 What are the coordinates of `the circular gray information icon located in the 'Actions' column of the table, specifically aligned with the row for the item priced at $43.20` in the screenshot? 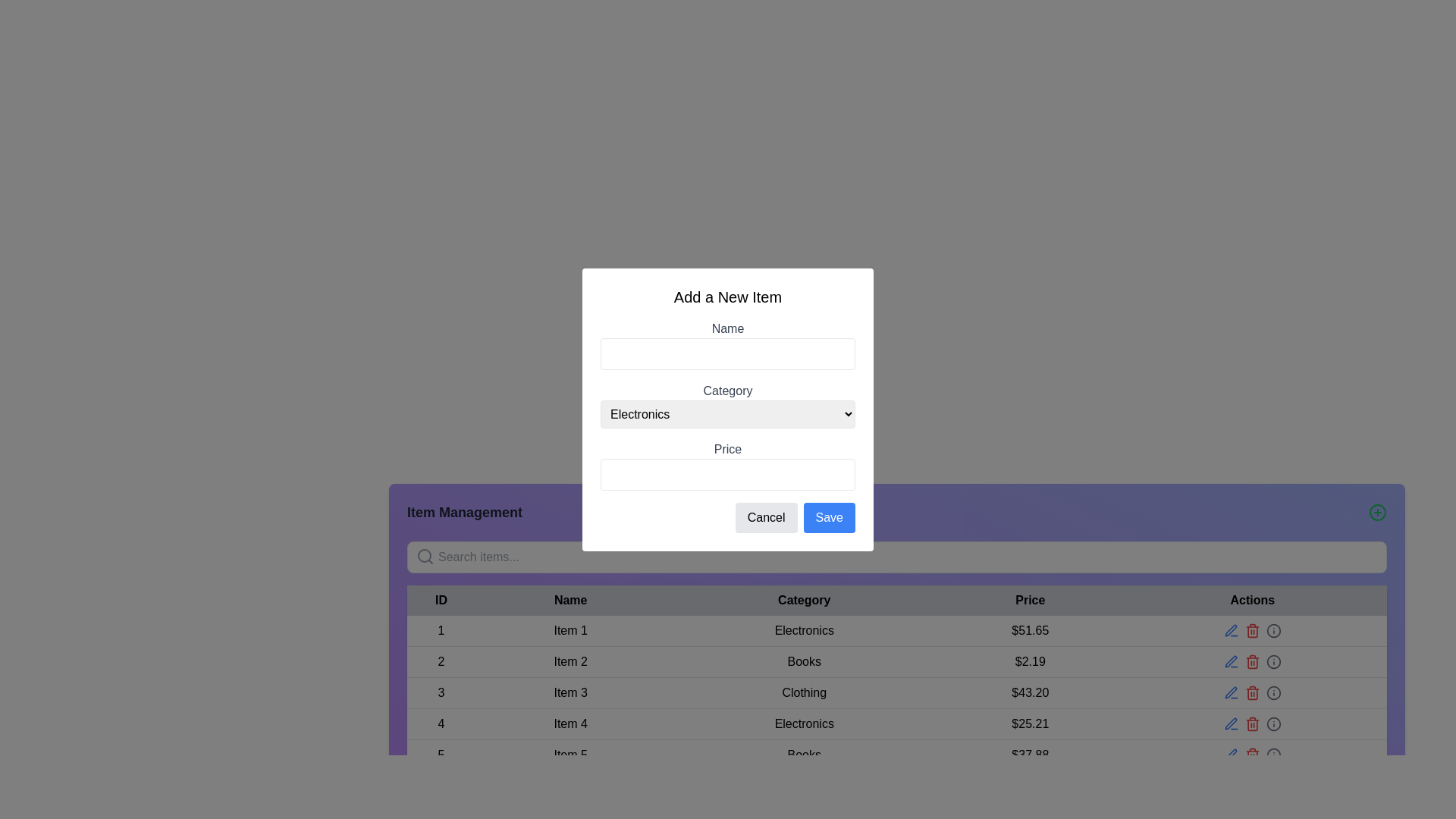 It's located at (1273, 693).